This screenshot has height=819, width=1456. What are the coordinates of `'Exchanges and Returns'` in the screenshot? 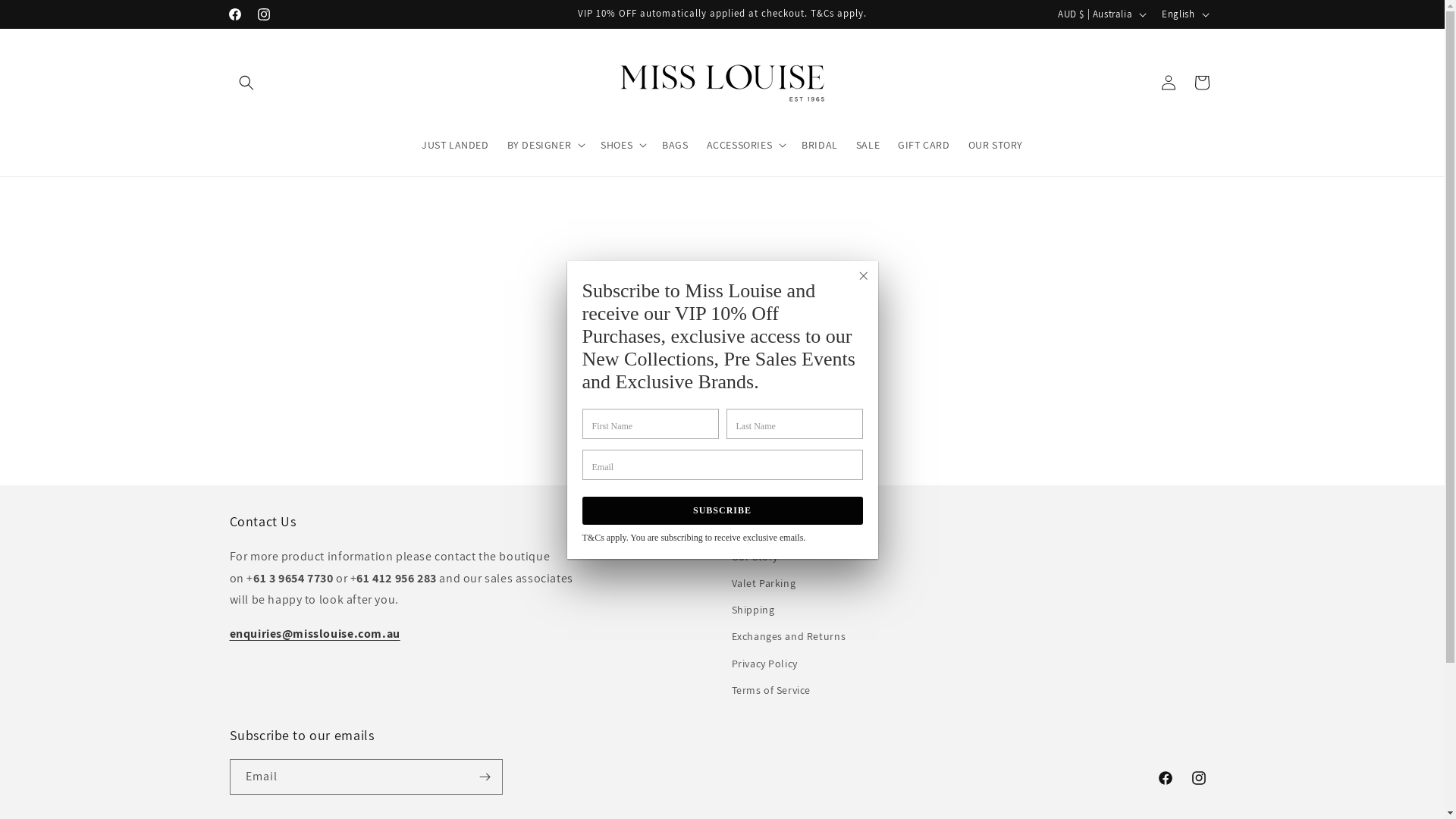 It's located at (788, 636).